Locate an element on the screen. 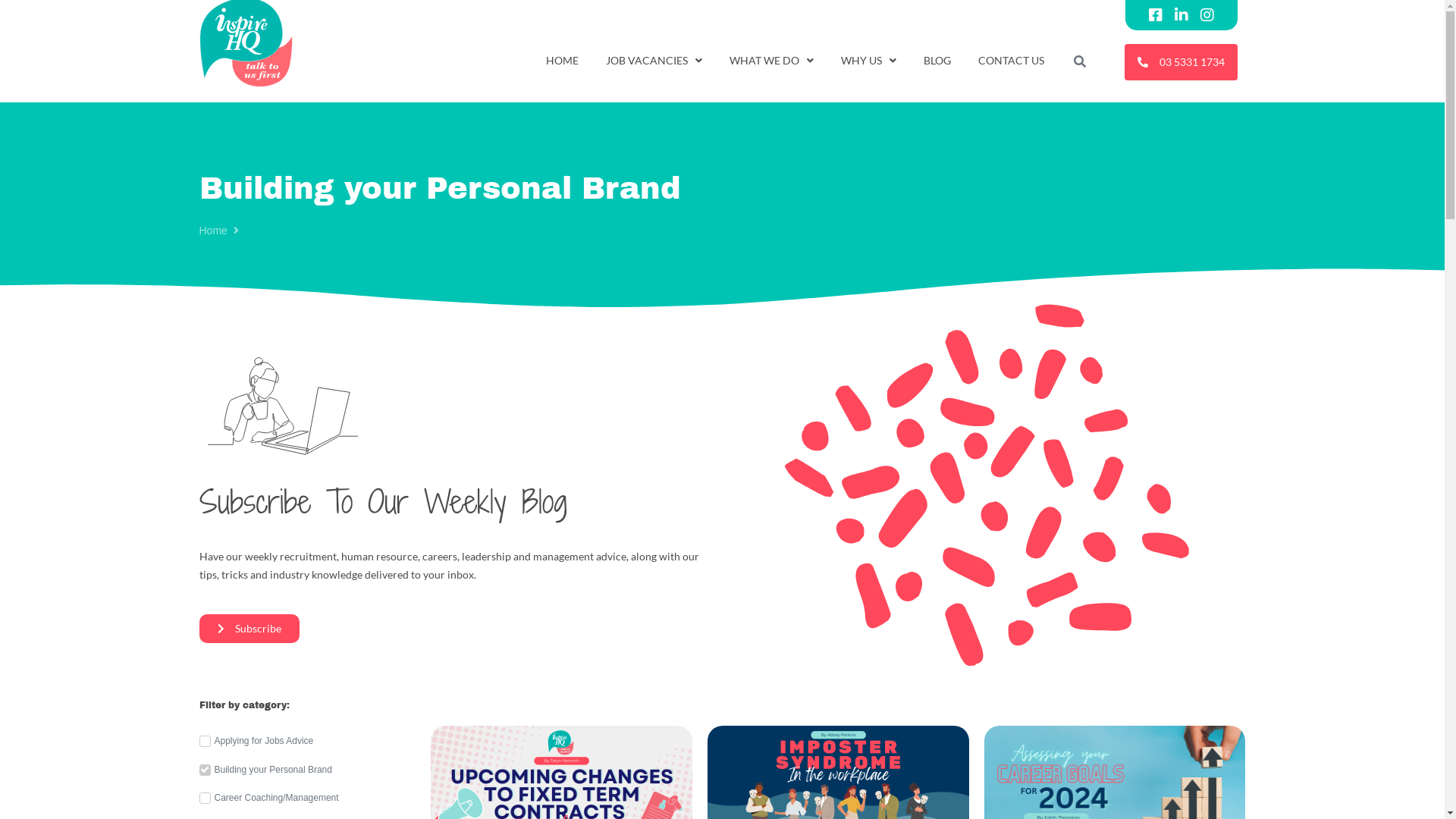 The image size is (1456, 819). 'Subscribe' is located at coordinates (198, 629).